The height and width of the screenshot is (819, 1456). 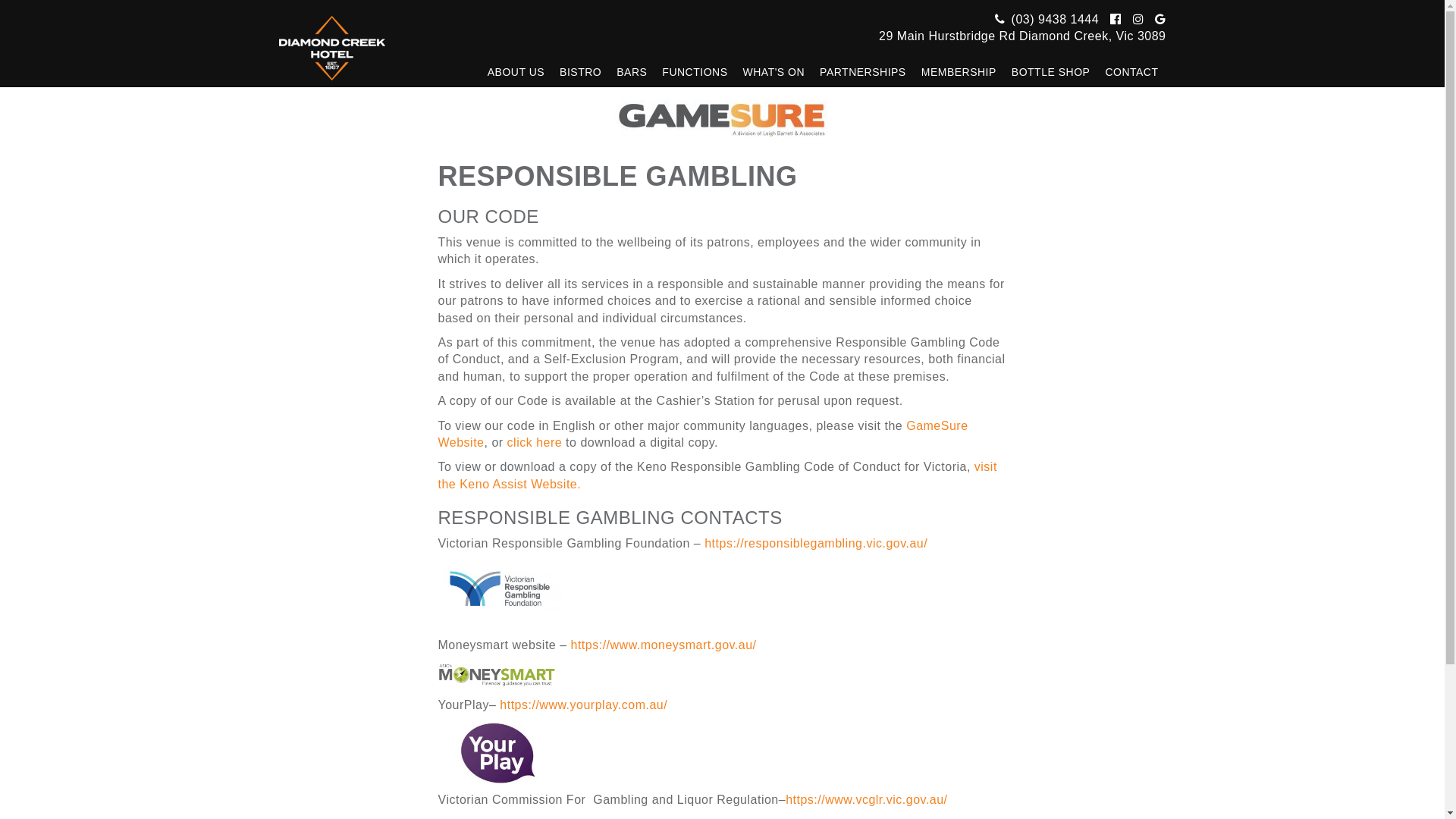 I want to click on 'click here', so click(x=535, y=442).